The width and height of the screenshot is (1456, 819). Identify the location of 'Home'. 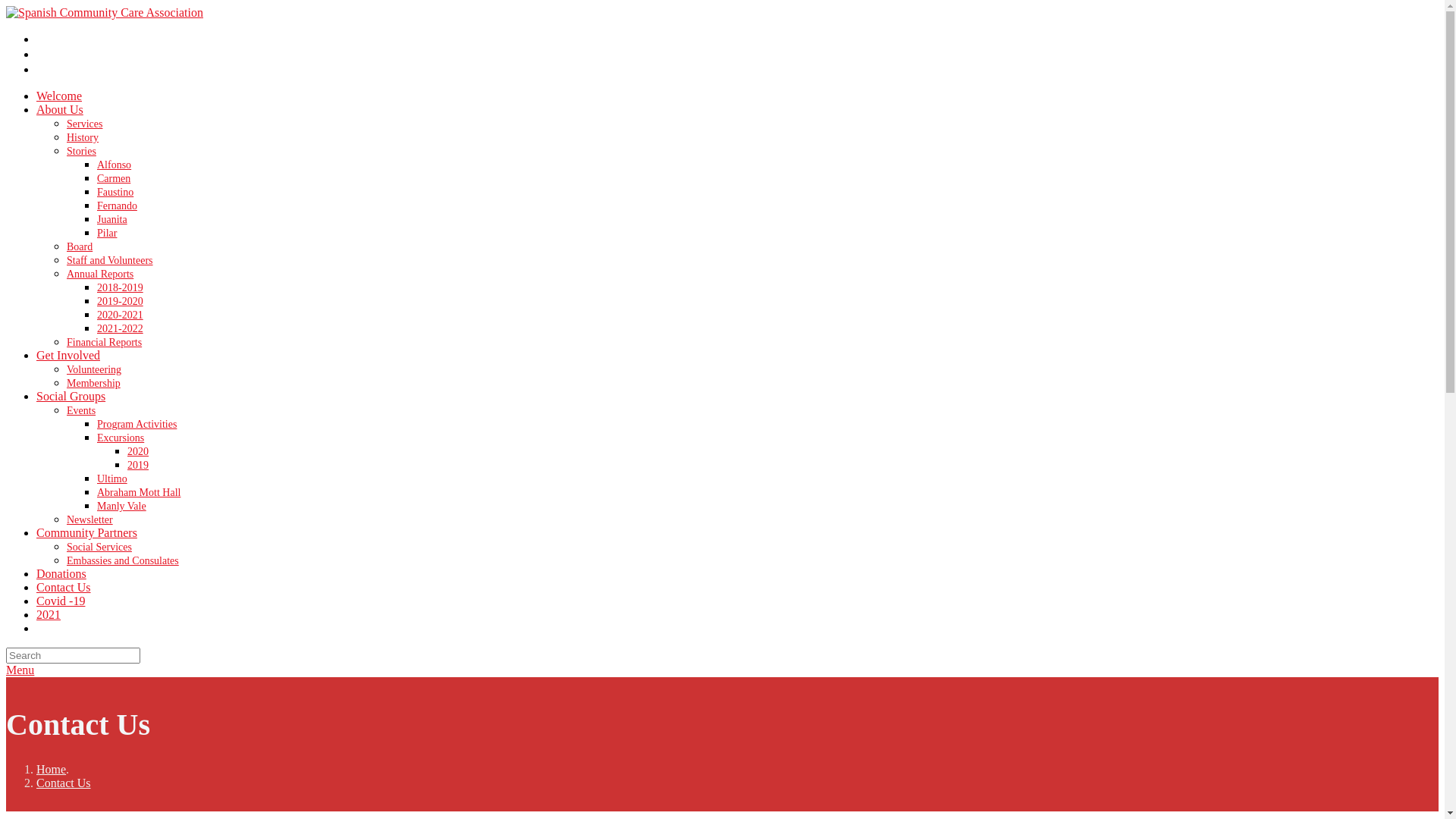
(51, 769).